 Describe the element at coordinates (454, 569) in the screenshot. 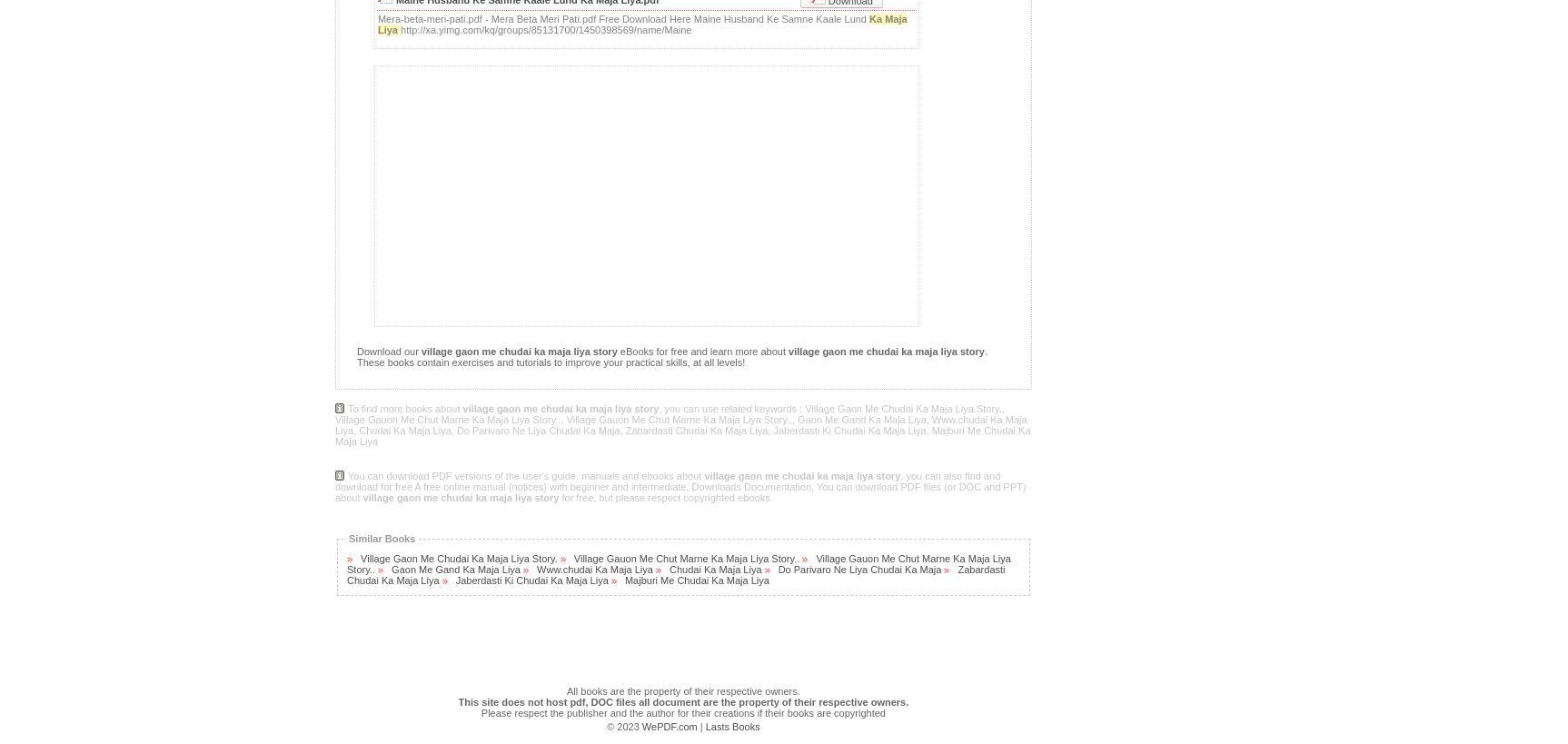

I see `'Gaon Me Gand Ka Maja Liya'` at that location.